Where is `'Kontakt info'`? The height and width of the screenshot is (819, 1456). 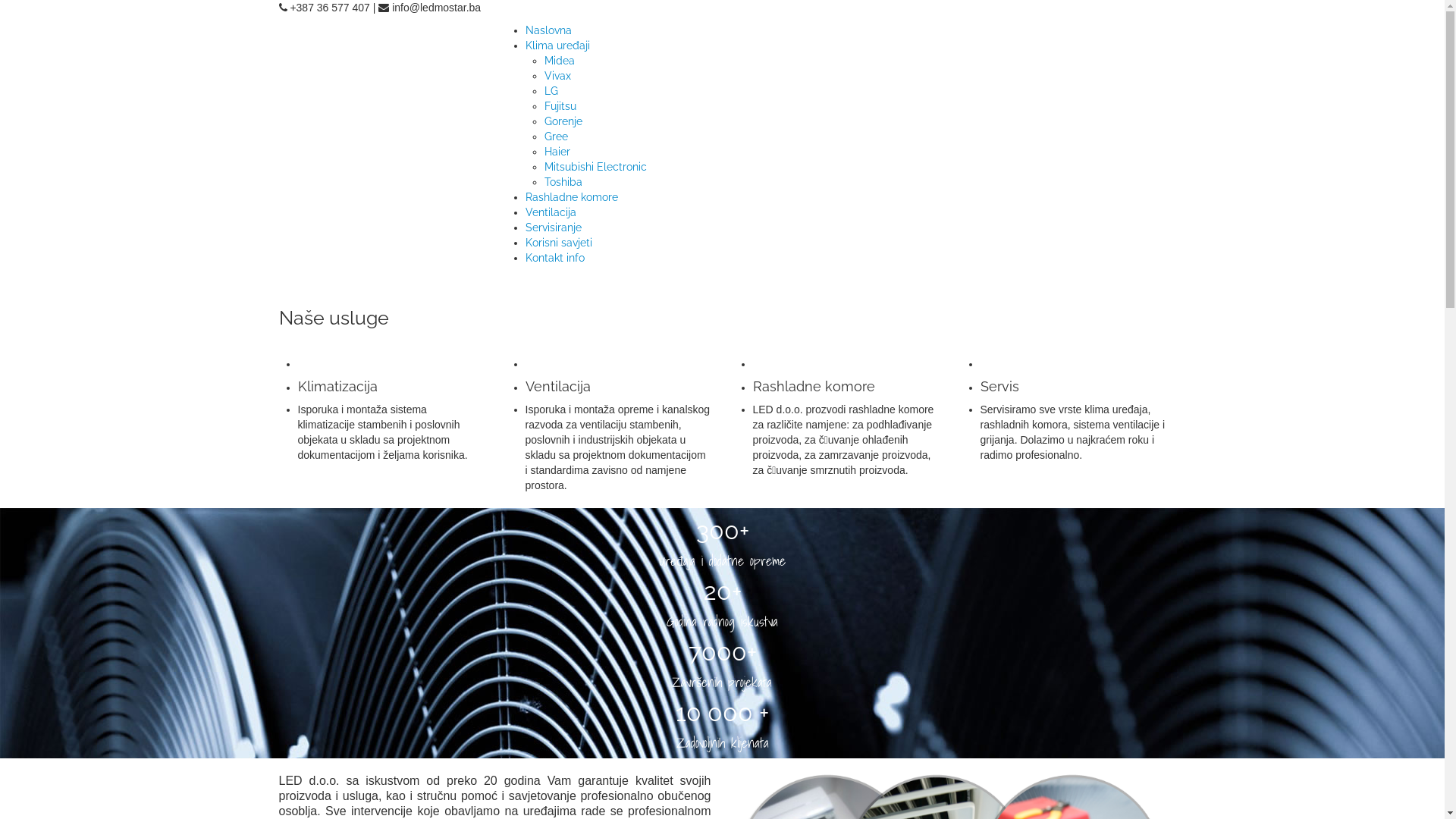 'Kontakt info' is located at coordinates (553, 256).